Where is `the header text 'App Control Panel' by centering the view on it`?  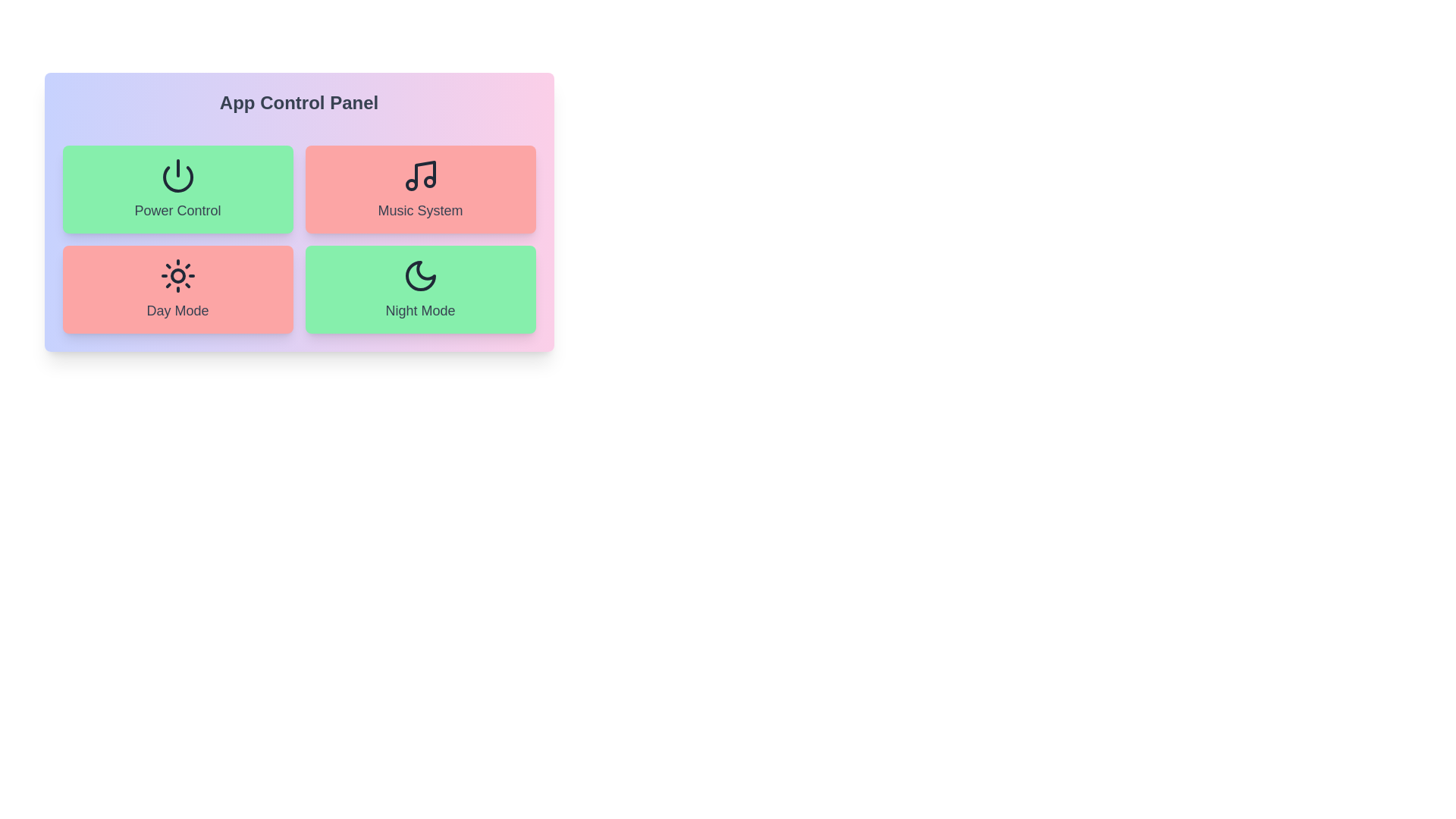 the header text 'App Control Panel' by centering the view on it is located at coordinates (299, 102).